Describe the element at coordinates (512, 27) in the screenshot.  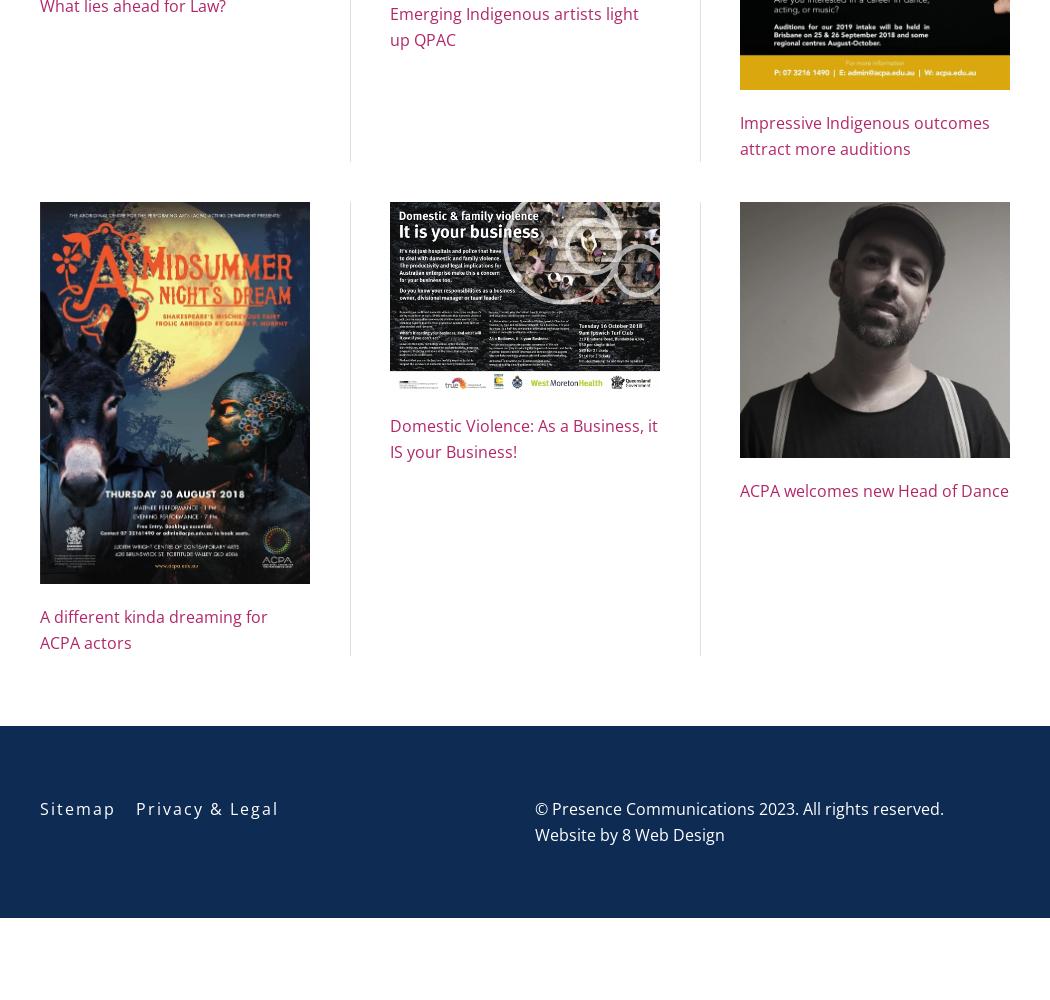
I see `'Emerging Indigenous artists light up QPAC'` at that location.